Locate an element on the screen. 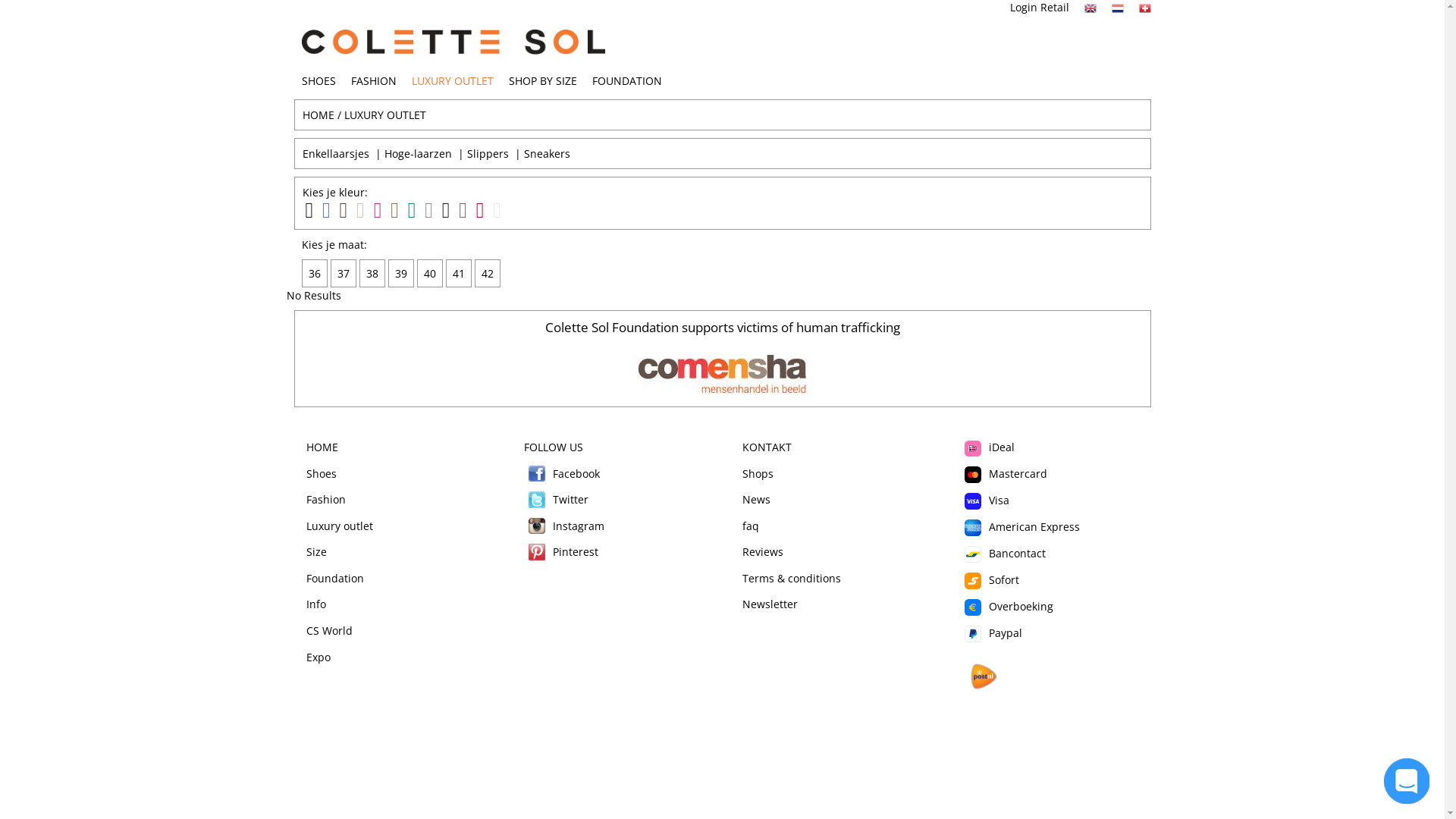  'Slippers' is located at coordinates (466, 153).